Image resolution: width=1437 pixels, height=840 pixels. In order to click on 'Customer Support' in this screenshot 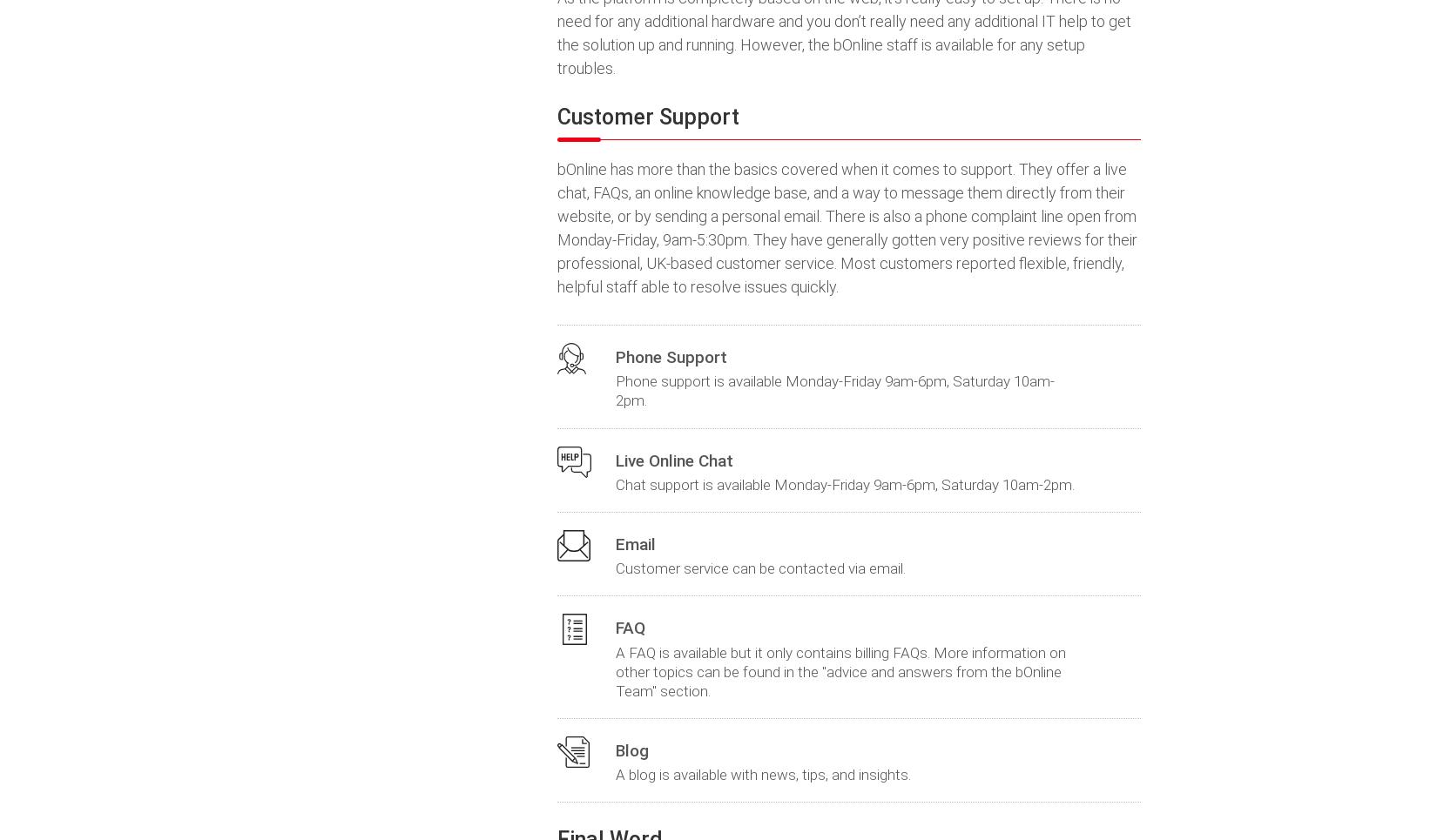, I will do `click(647, 117)`.